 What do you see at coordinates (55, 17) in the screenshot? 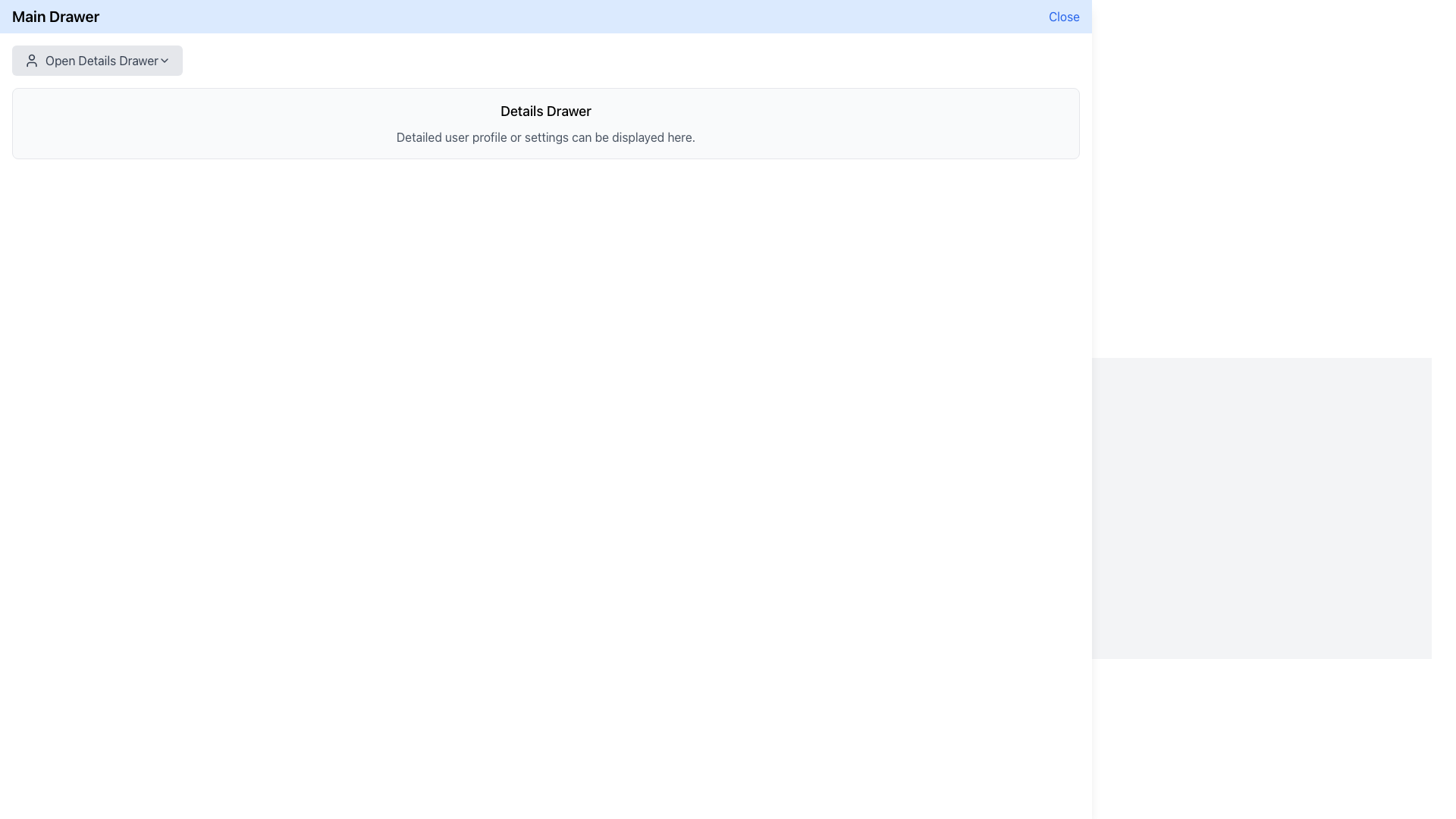
I see `the 'Main Drawer' text label located on the far left of a light blue banner at the top of the page` at bounding box center [55, 17].